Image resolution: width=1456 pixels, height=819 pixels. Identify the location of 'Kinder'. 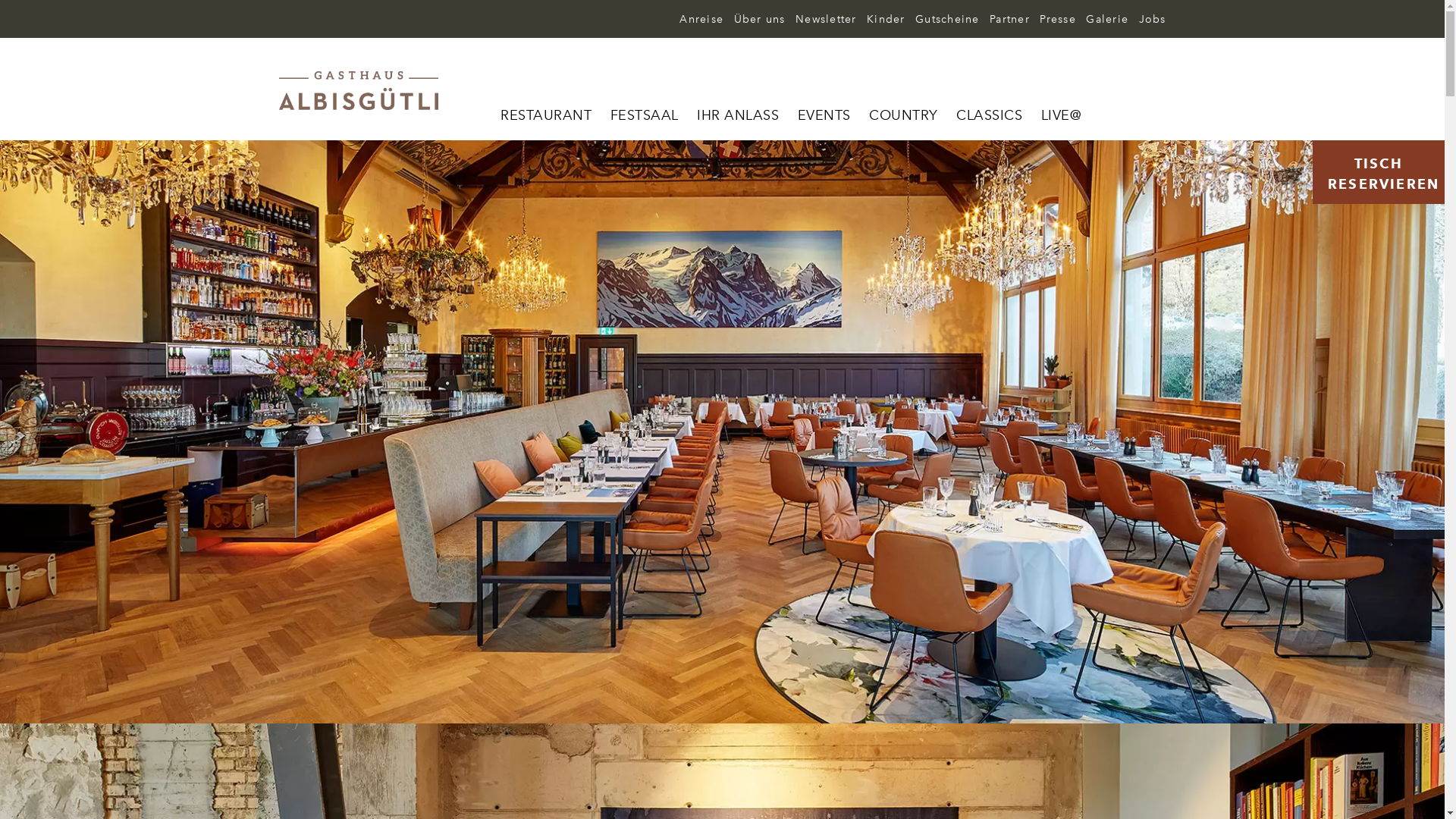
(882, 20).